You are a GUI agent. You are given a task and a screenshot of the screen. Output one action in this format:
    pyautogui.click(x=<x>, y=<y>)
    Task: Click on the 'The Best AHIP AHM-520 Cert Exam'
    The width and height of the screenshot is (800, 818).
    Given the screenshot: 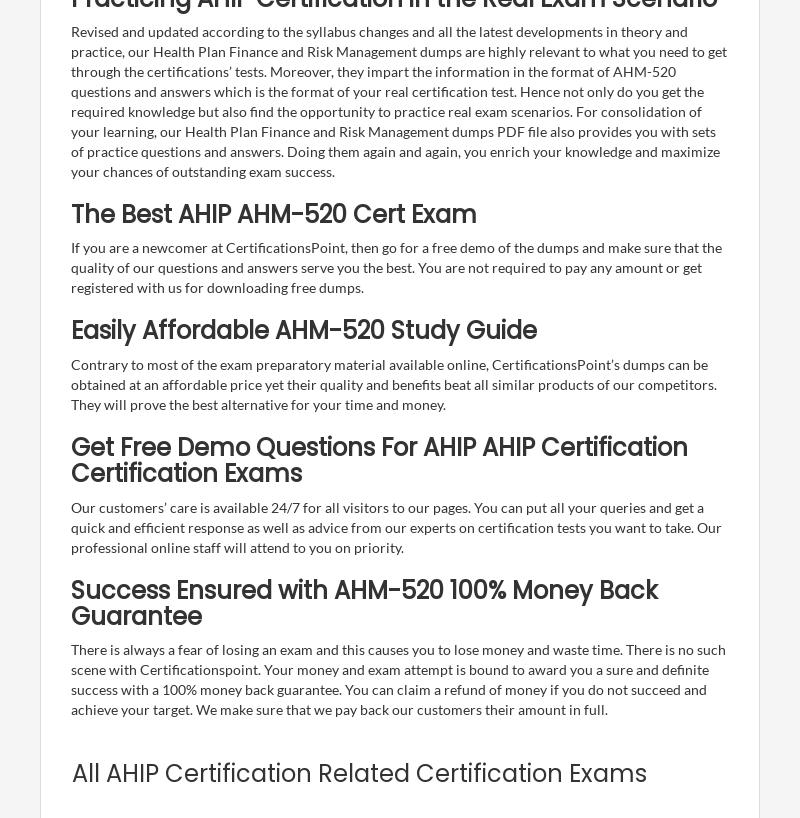 What is the action you would take?
    pyautogui.click(x=274, y=214)
    